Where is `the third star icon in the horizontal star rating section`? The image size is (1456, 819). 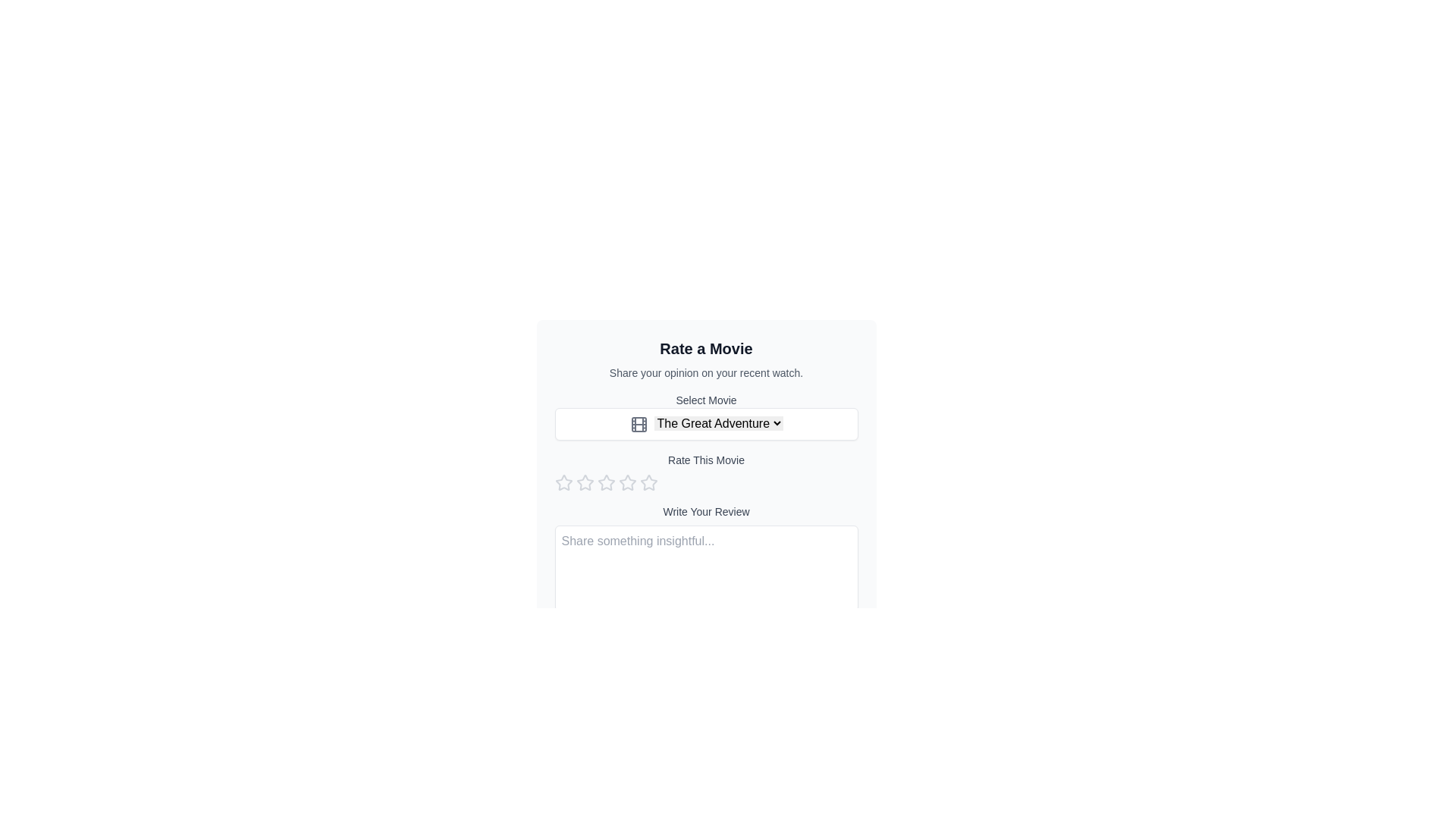
the third star icon in the horizontal star rating section is located at coordinates (627, 482).